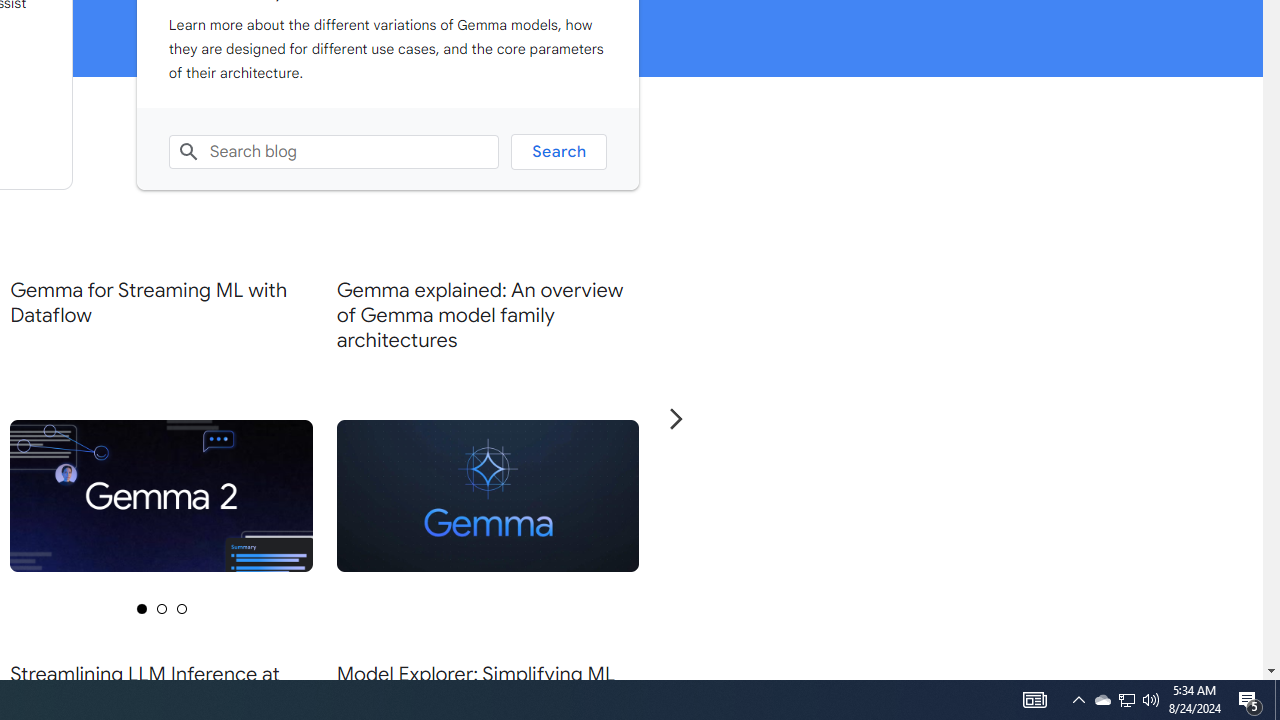 The width and height of the screenshot is (1280, 720). I want to click on 'Selected tab 1 of 3', so click(140, 607).